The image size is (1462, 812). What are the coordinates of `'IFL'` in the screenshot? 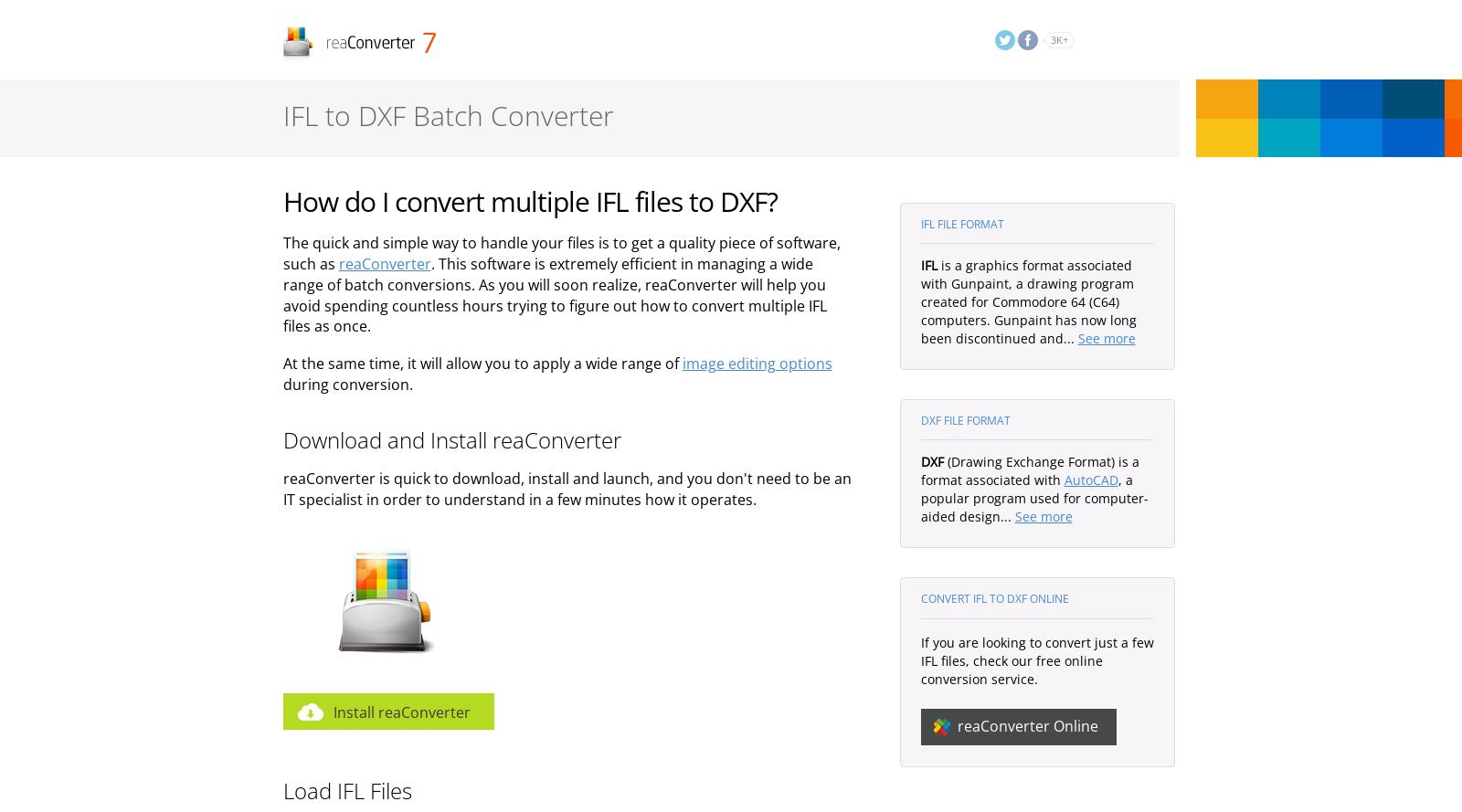 It's located at (928, 265).